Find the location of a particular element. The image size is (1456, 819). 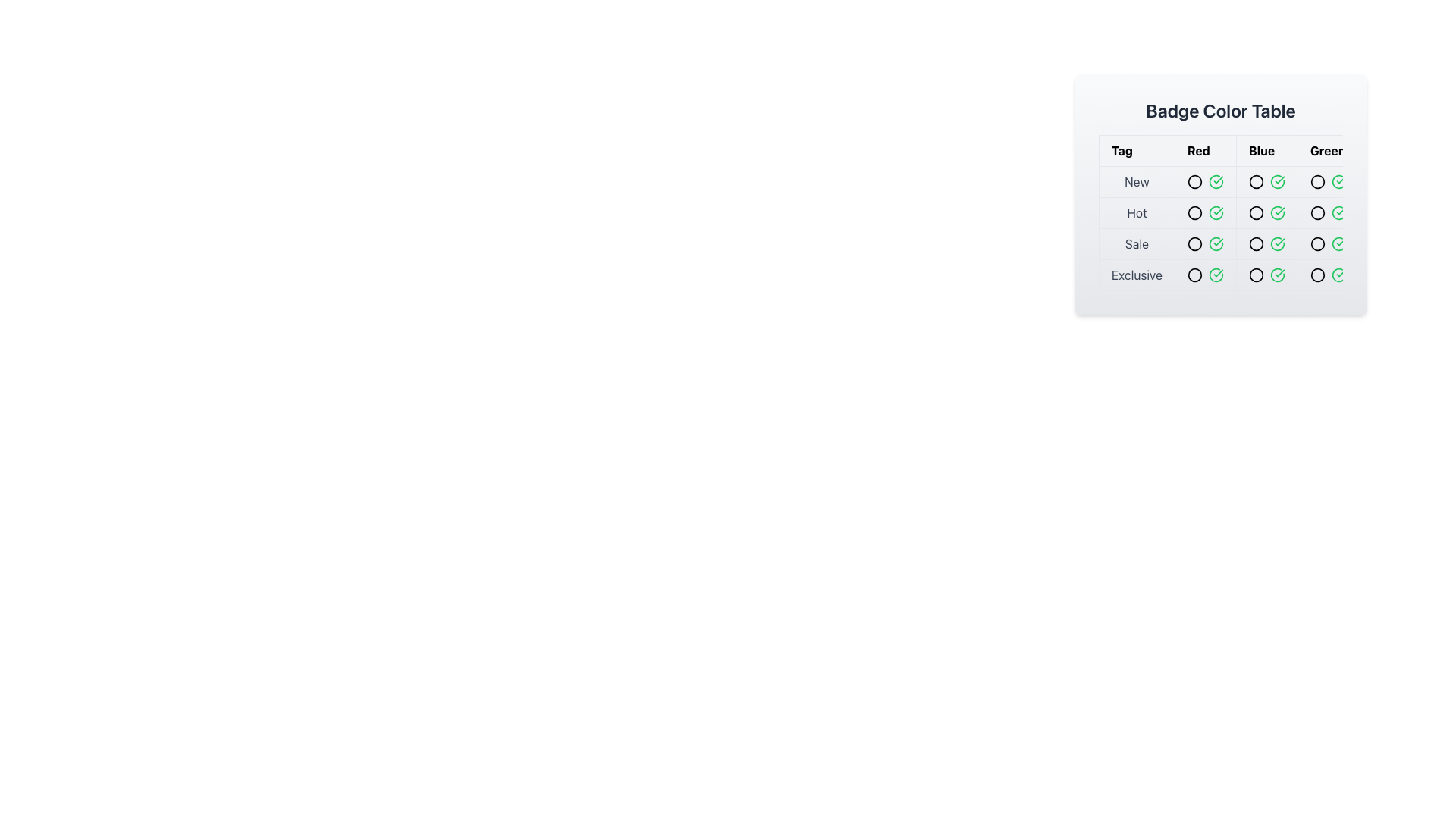

the graphical indicator (circle) located in the second row and third column of the 'Badge Color Table', under the 'Blue' column and beside the 'Hot' row label is located at coordinates (1260, 228).